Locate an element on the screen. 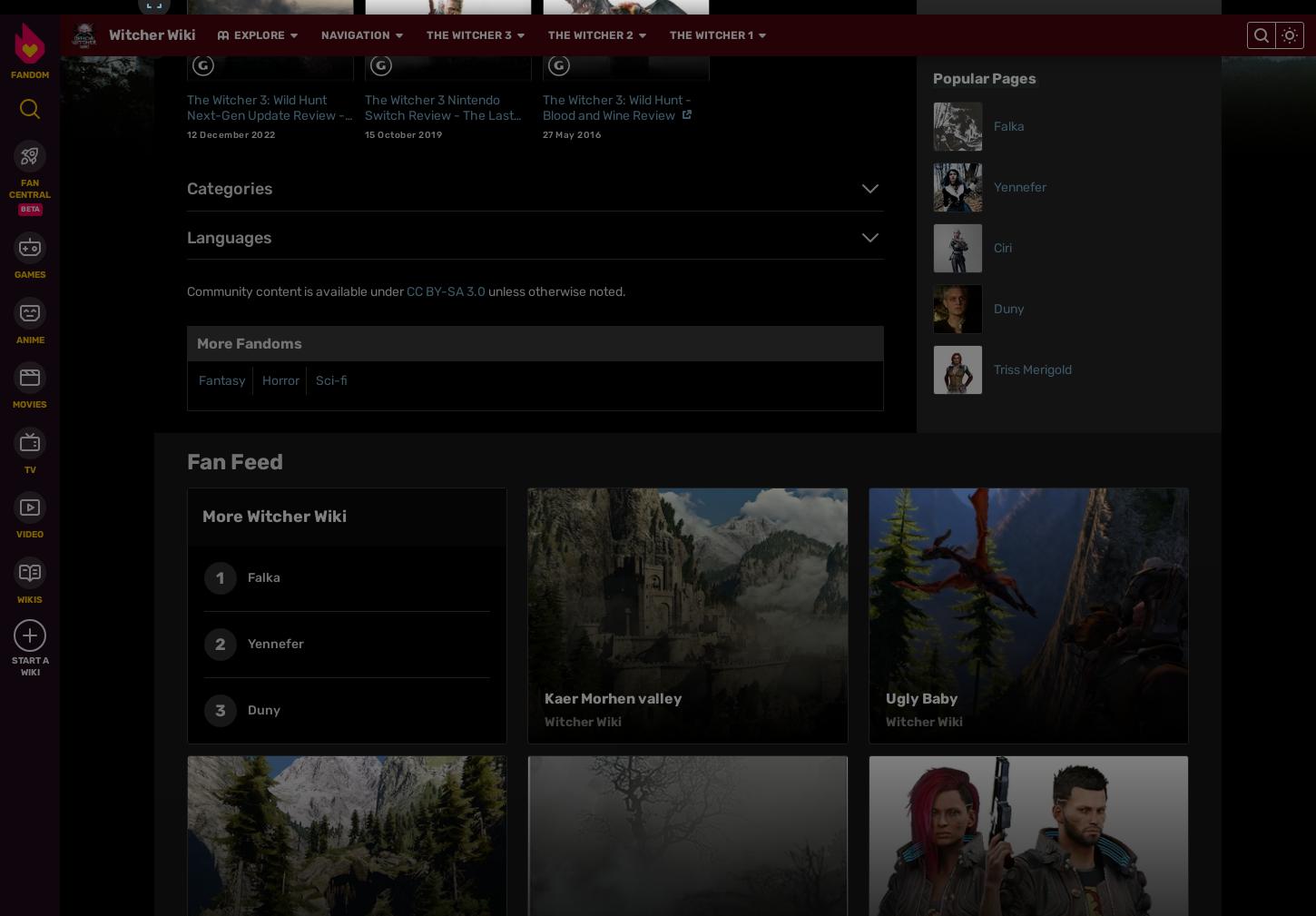 The width and height of the screenshot is (1316, 916). 'About' is located at coordinates (486, 576).